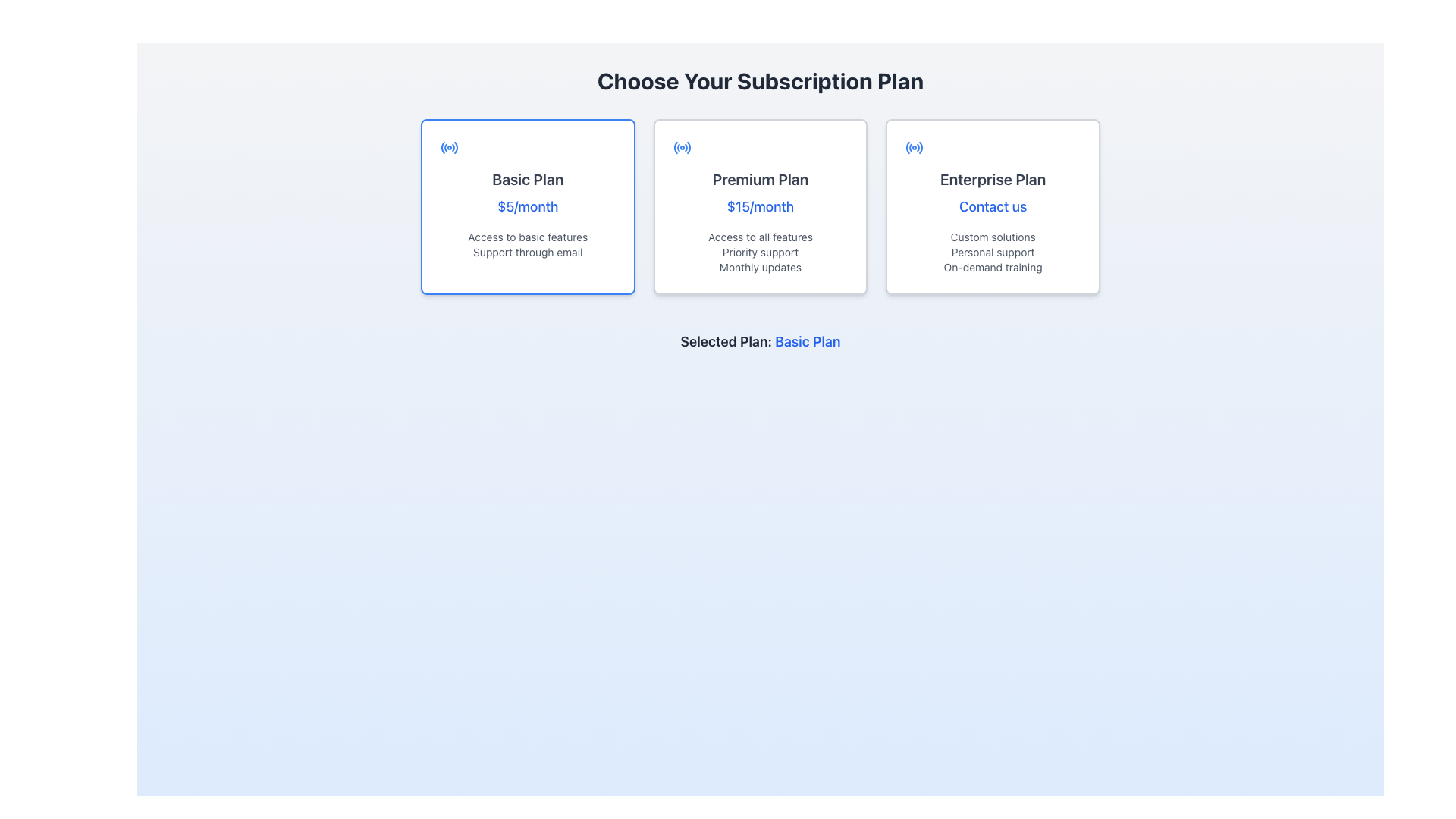  I want to click on the 'Basic Plan' text label, which is styled in bold and dark gray, located at the top of the card representing the 'Basic Plan' subscription tier, so click(528, 178).